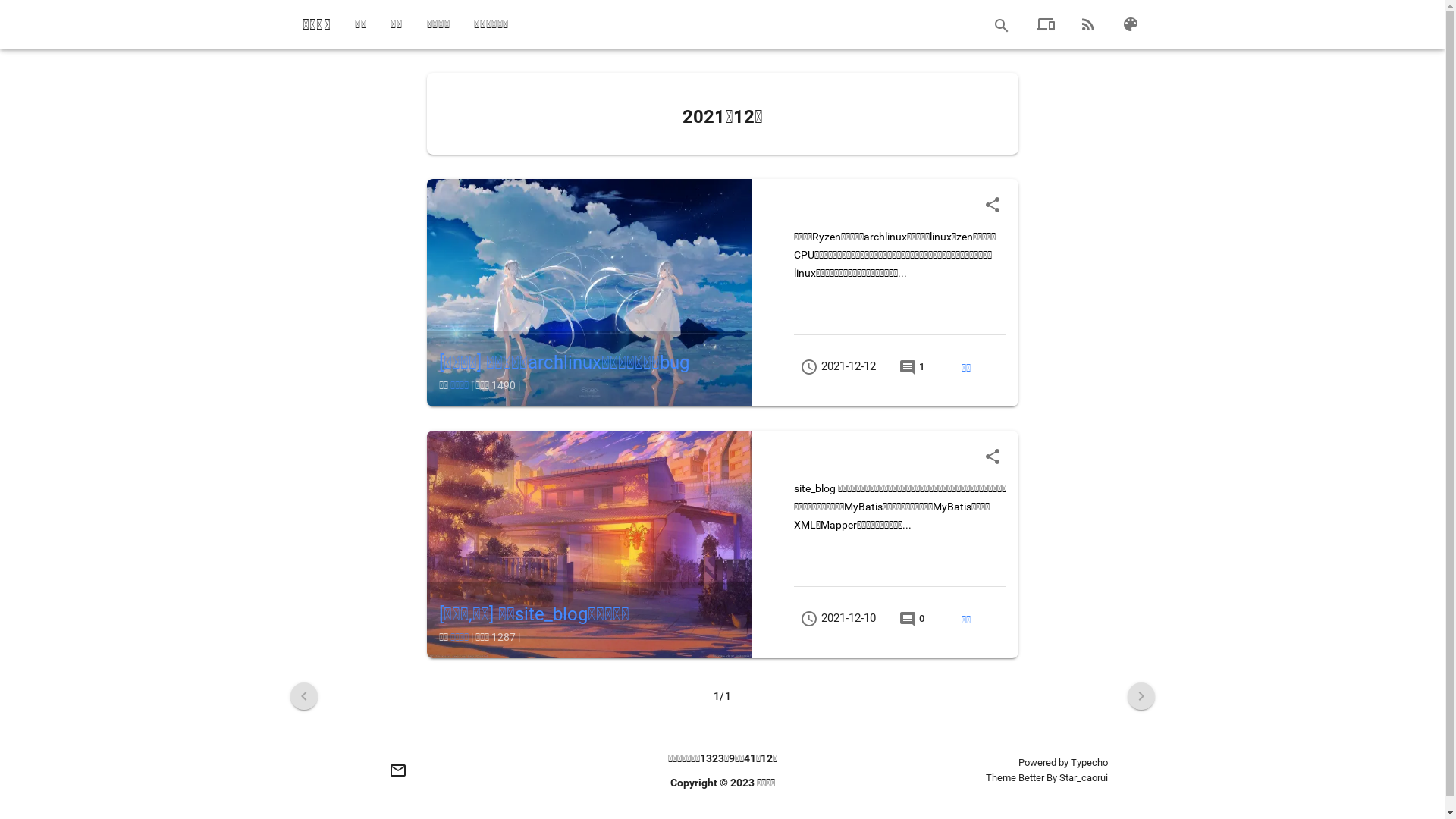 The width and height of the screenshot is (1456, 819). I want to click on 'Typecho', so click(1088, 762).